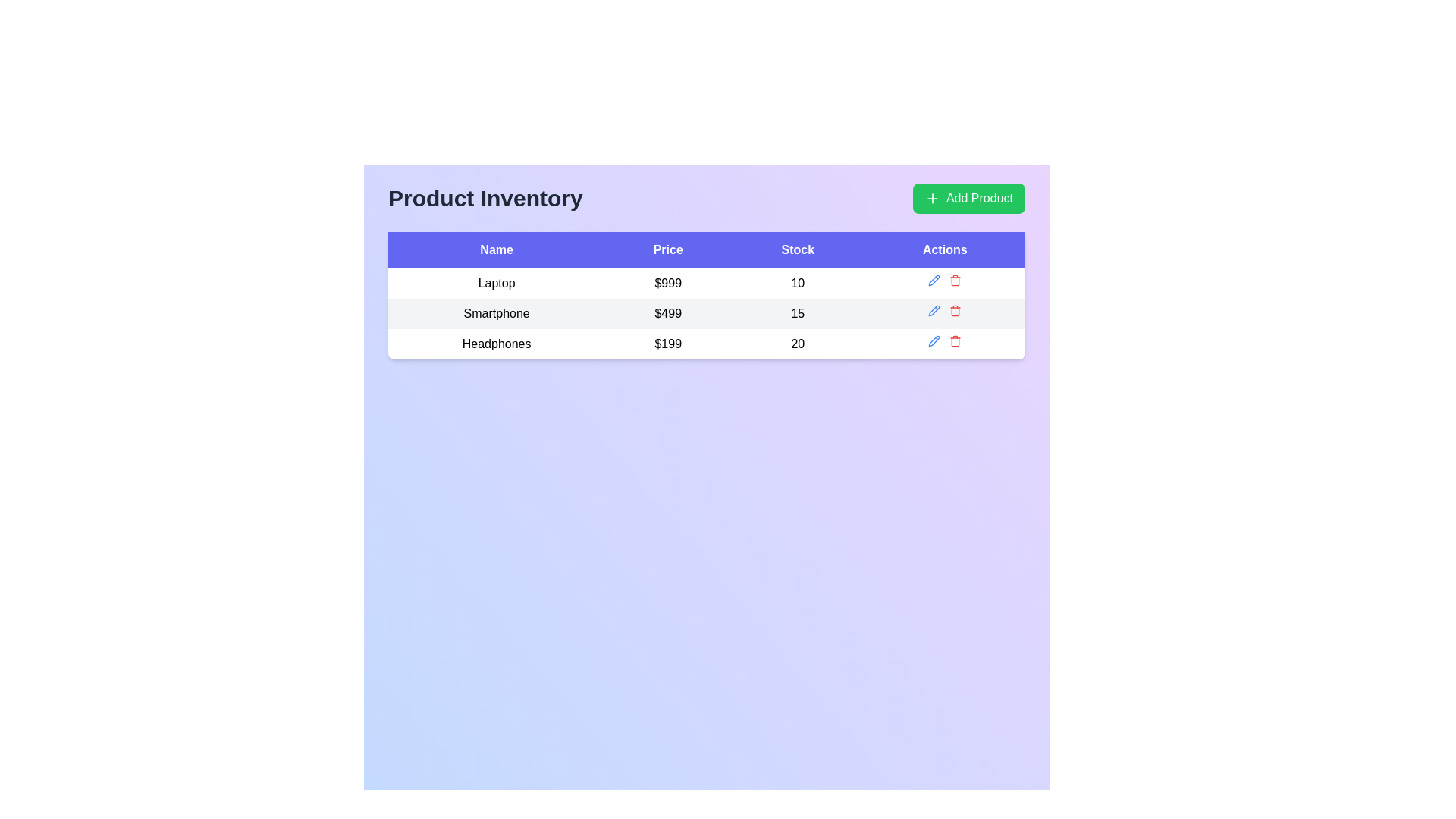 The height and width of the screenshot is (819, 1456). What do you see at coordinates (667, 344) in the screenshot?
I see `the Text label displaying the value '$199' in black text, located in the 'Price' column of the table under the row labeled 'Headphones'` at bounding box center [667, 344].